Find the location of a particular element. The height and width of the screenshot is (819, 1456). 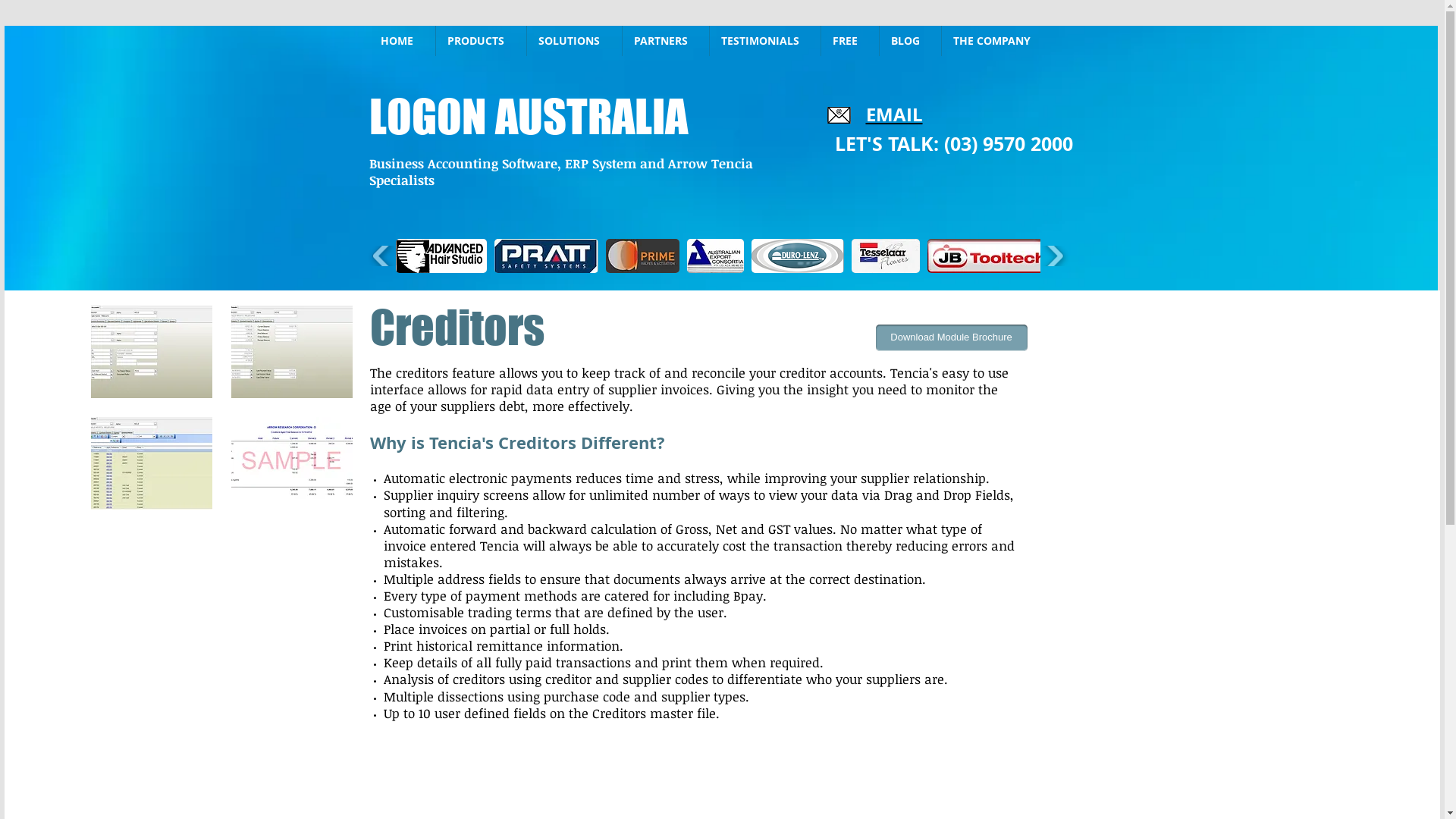

'EMAIL' is located at coordinates (894, 113).